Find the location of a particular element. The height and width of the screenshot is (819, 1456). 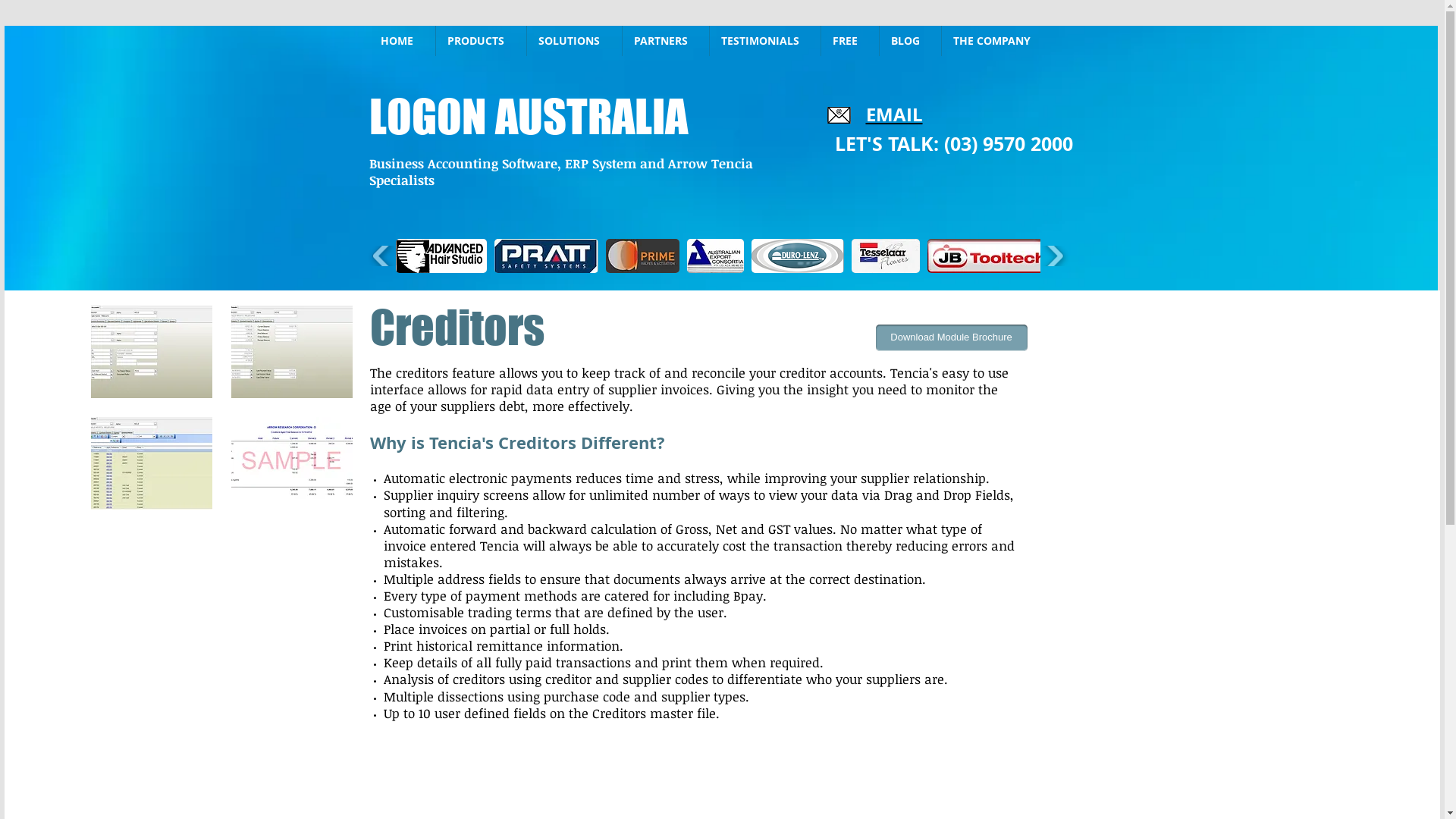

'EMAIL' is located at coordinates (894, 113).